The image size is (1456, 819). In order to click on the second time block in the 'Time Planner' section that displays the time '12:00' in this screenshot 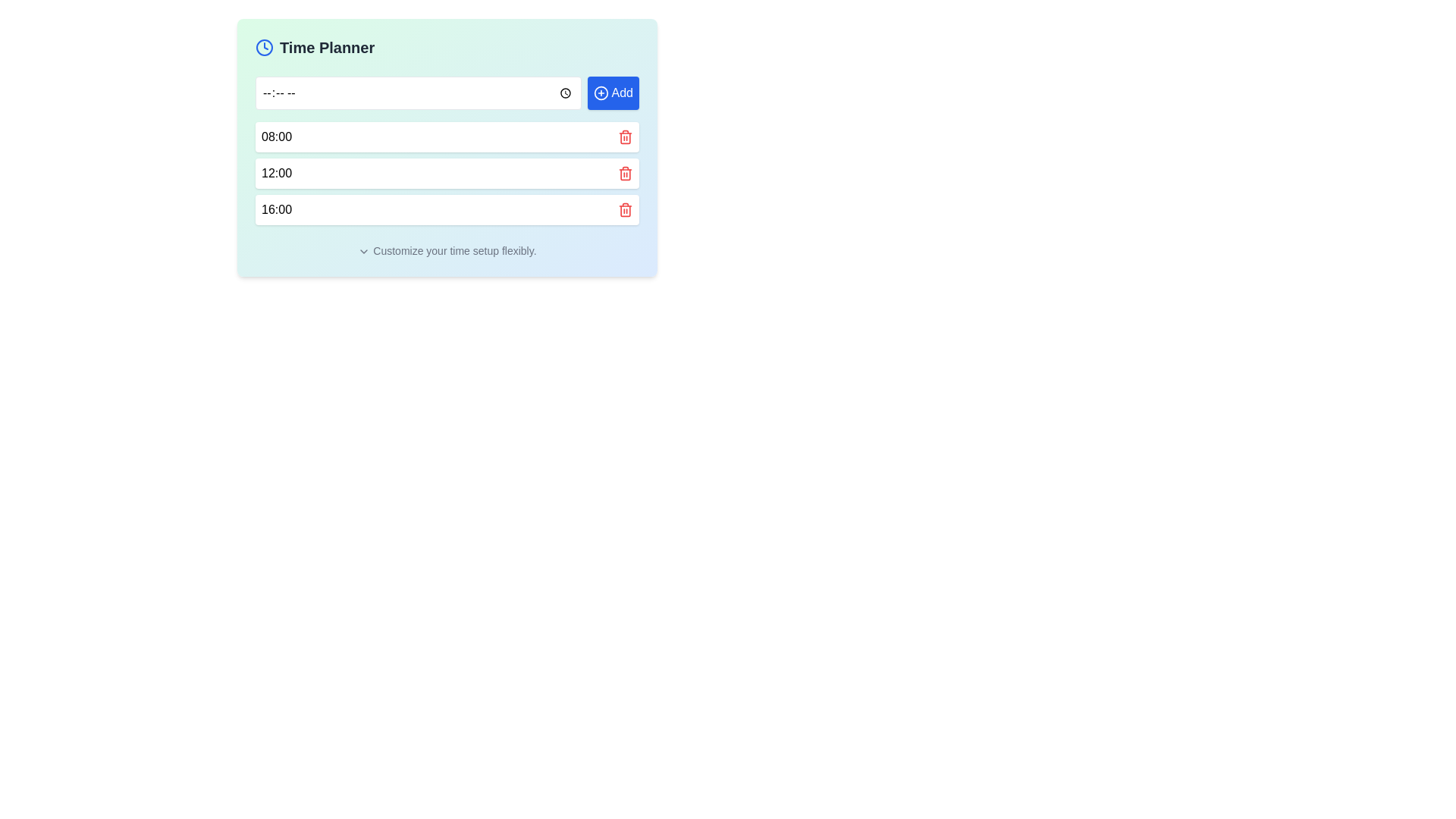, I will do `click(447, 172)`.